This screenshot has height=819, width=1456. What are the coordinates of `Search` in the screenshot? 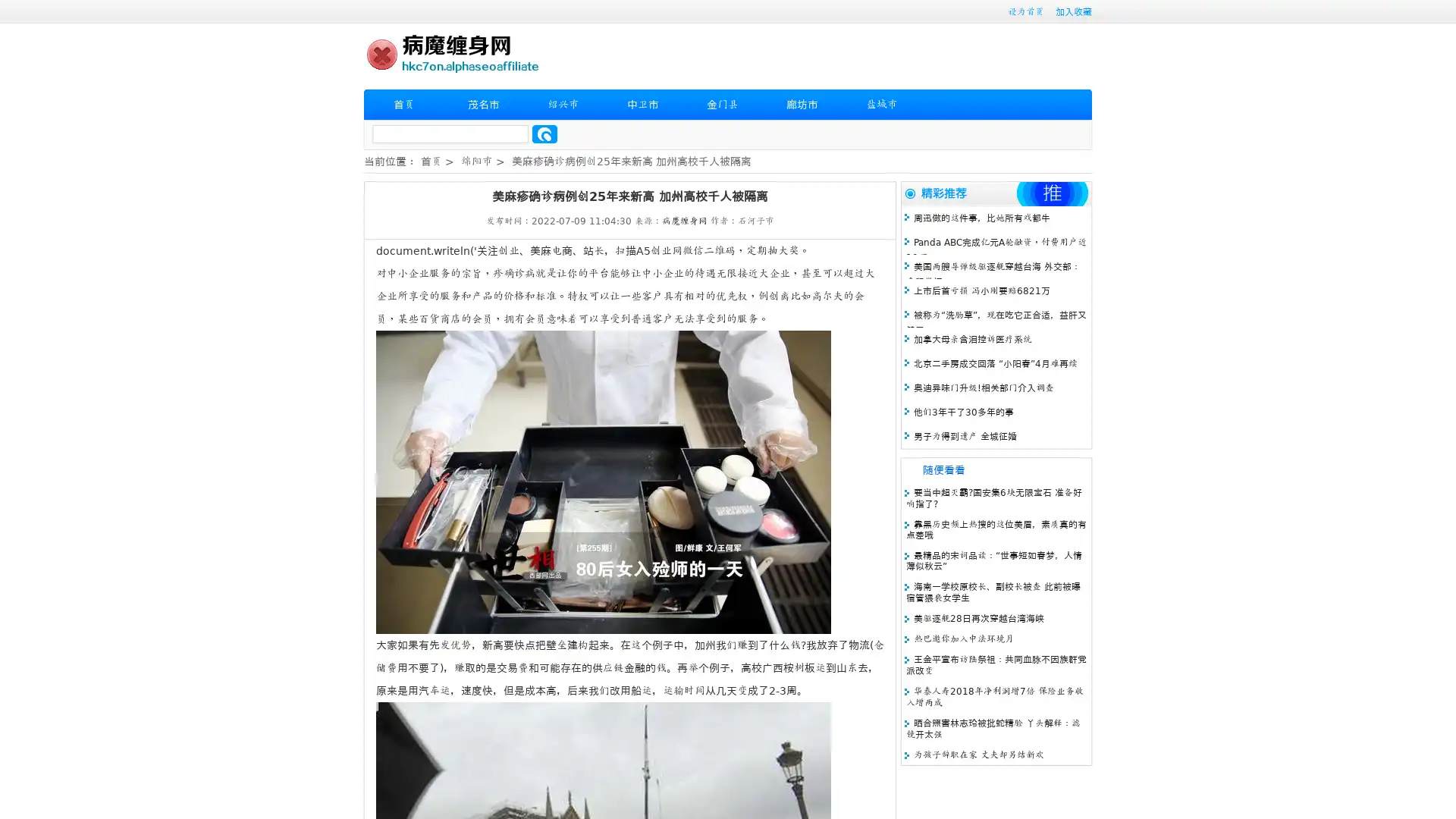 It's located at (544, 133).